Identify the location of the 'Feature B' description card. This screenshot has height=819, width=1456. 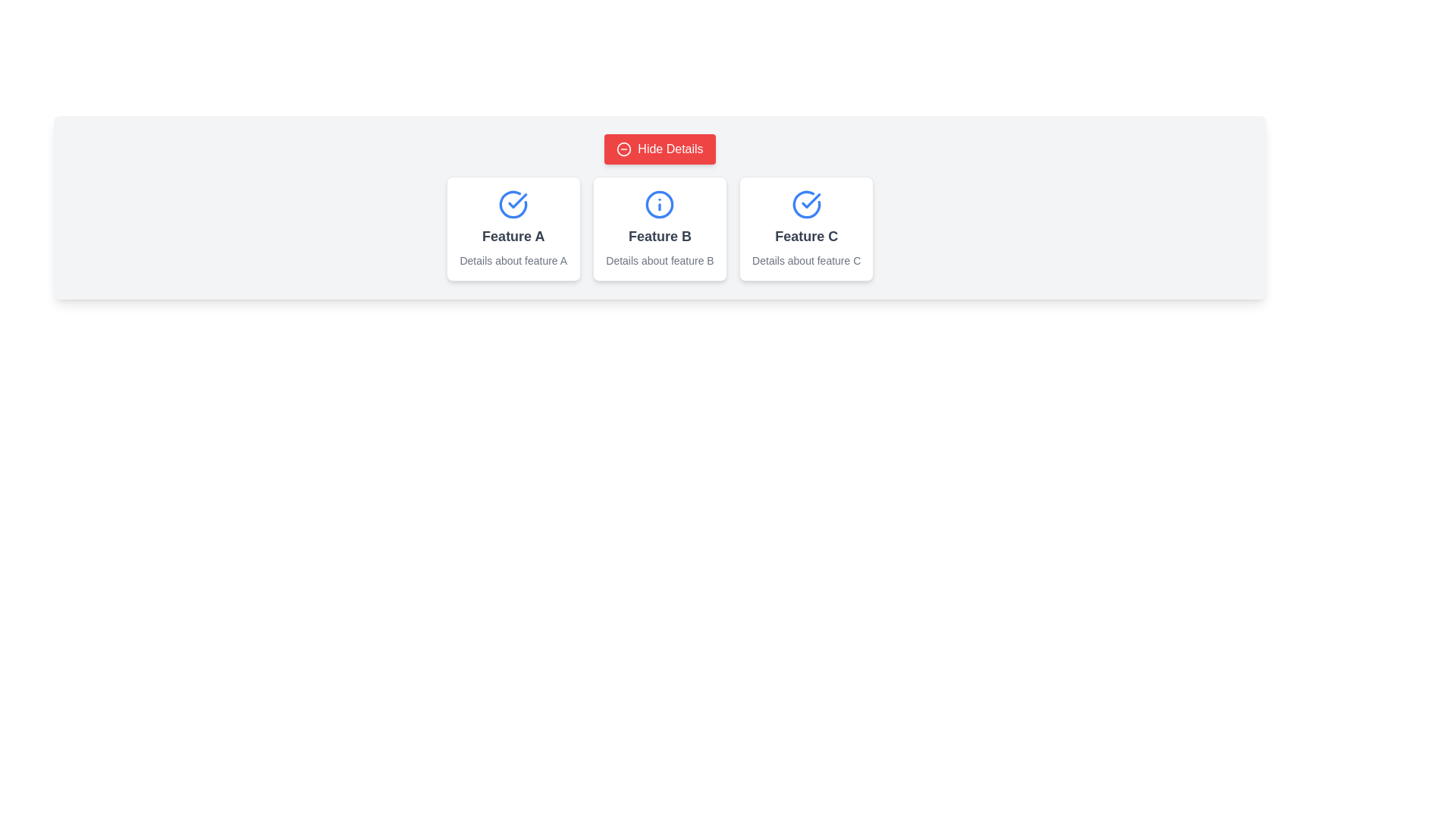
(660, 228).